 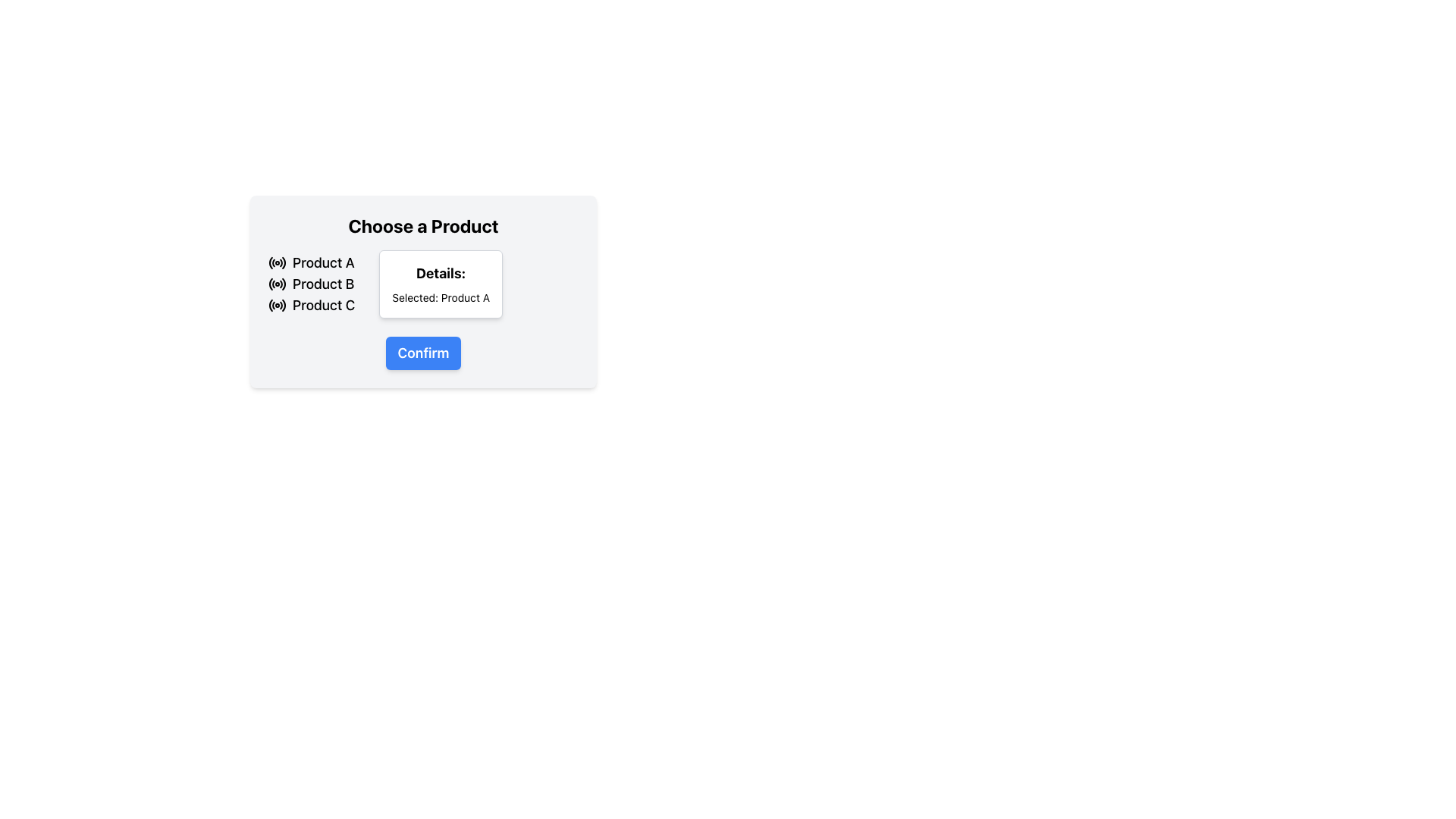 What do you see at coordinates (322, 262) in the screenshot?
I see `the text label displaying 'Product A', which is in bold, medium-sized black font and is positioned to the right of a circular radio button icon` at bounding box center [322, 262].